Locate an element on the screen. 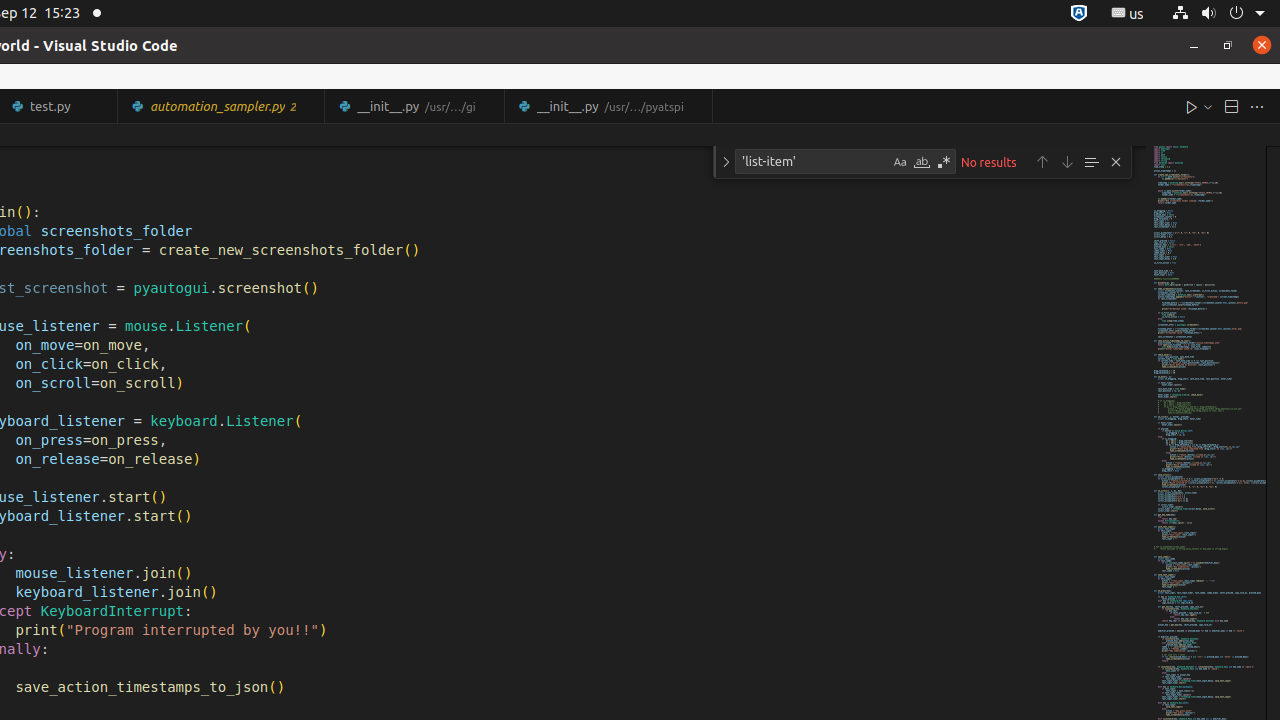 This screenshot has width=1280, height=720. 'More Actions...' is located at coordinates (1255, 106).